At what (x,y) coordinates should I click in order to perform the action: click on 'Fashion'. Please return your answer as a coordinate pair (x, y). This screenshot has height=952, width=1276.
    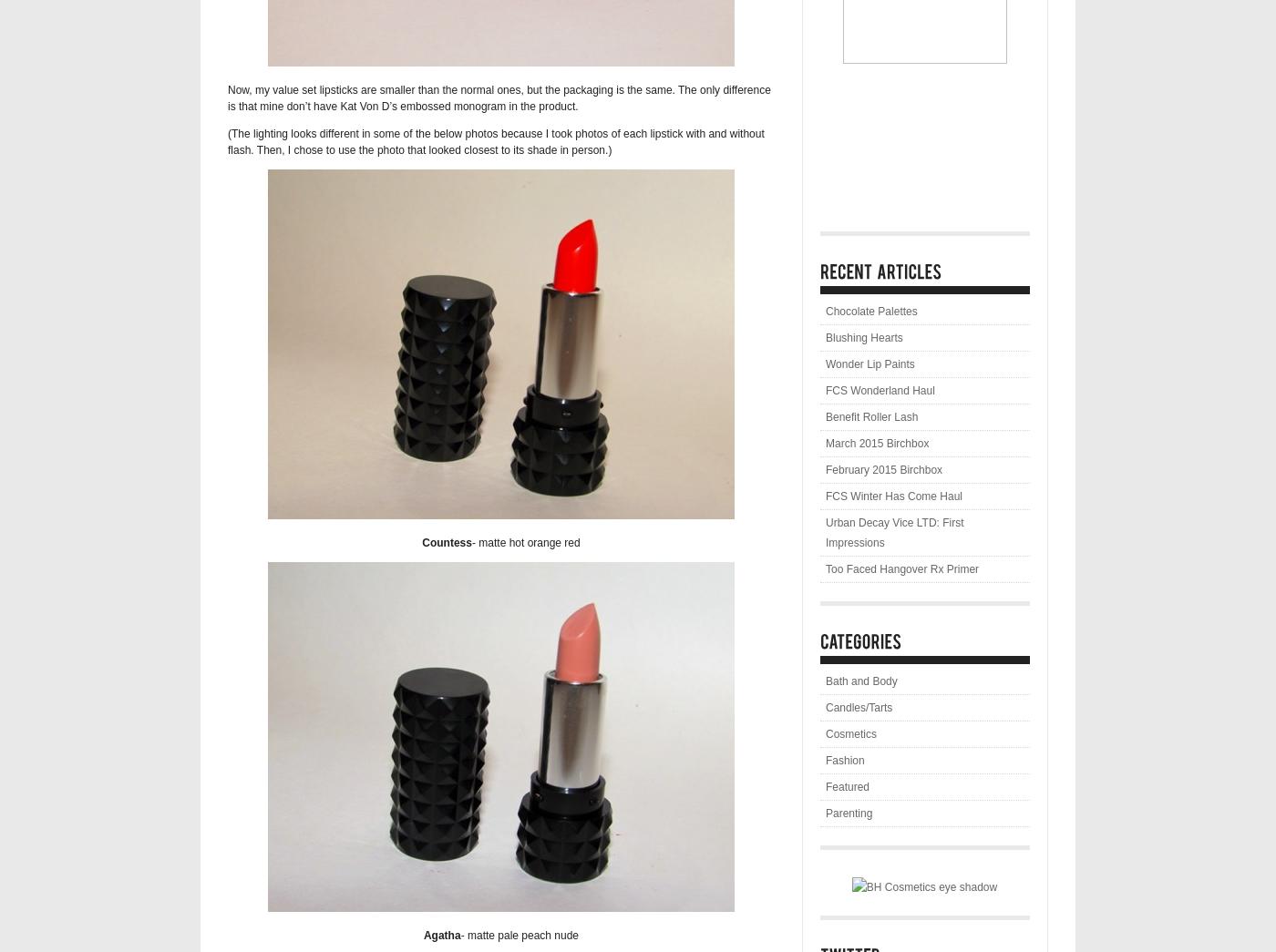
    Looking at the image, I should click on (844, 759).